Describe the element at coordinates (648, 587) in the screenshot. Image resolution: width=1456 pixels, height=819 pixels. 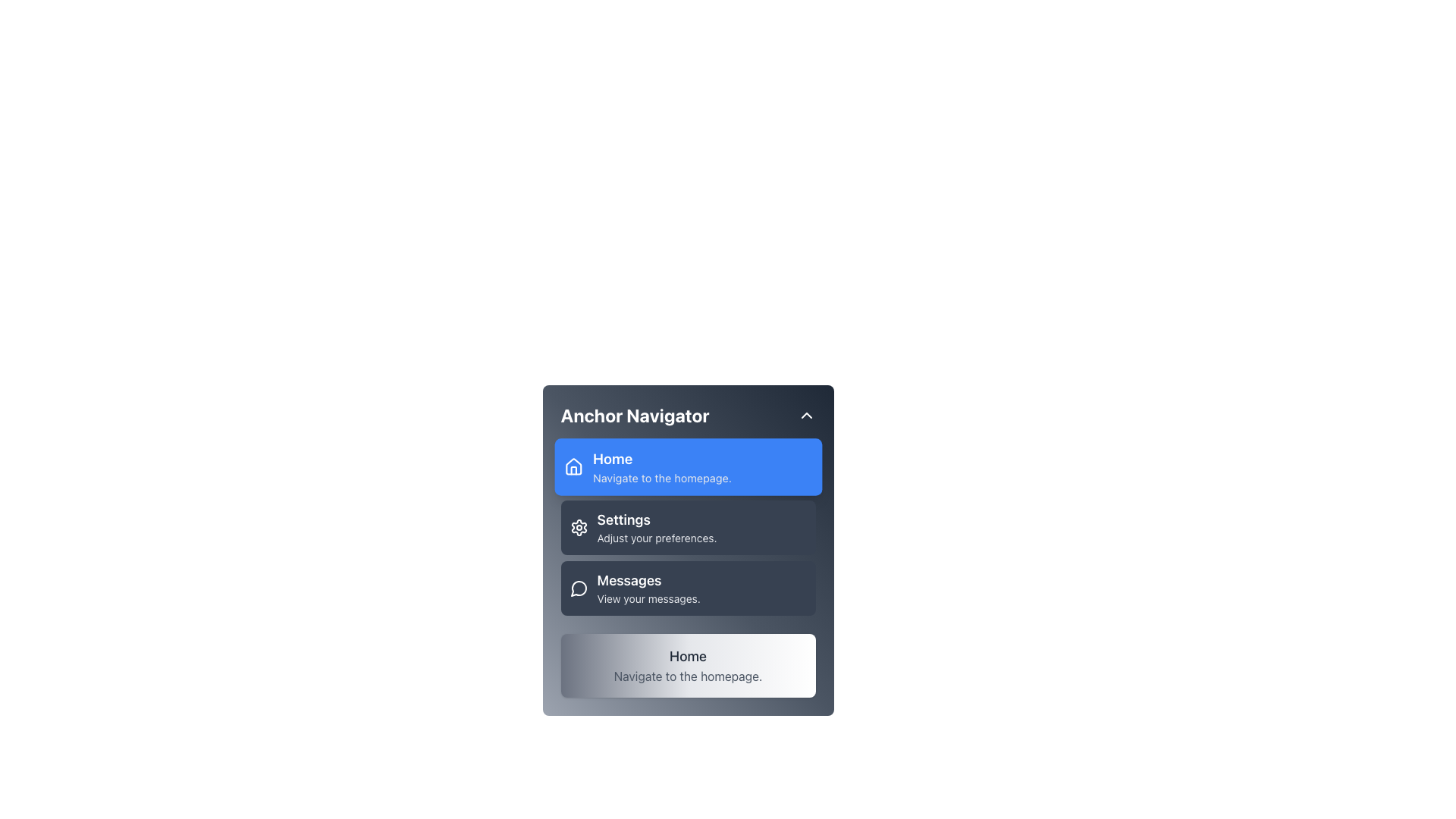
I see `the 'Messages' label in the navigation panel, which is positioned between 'Settings' and 'Home'` at that location.